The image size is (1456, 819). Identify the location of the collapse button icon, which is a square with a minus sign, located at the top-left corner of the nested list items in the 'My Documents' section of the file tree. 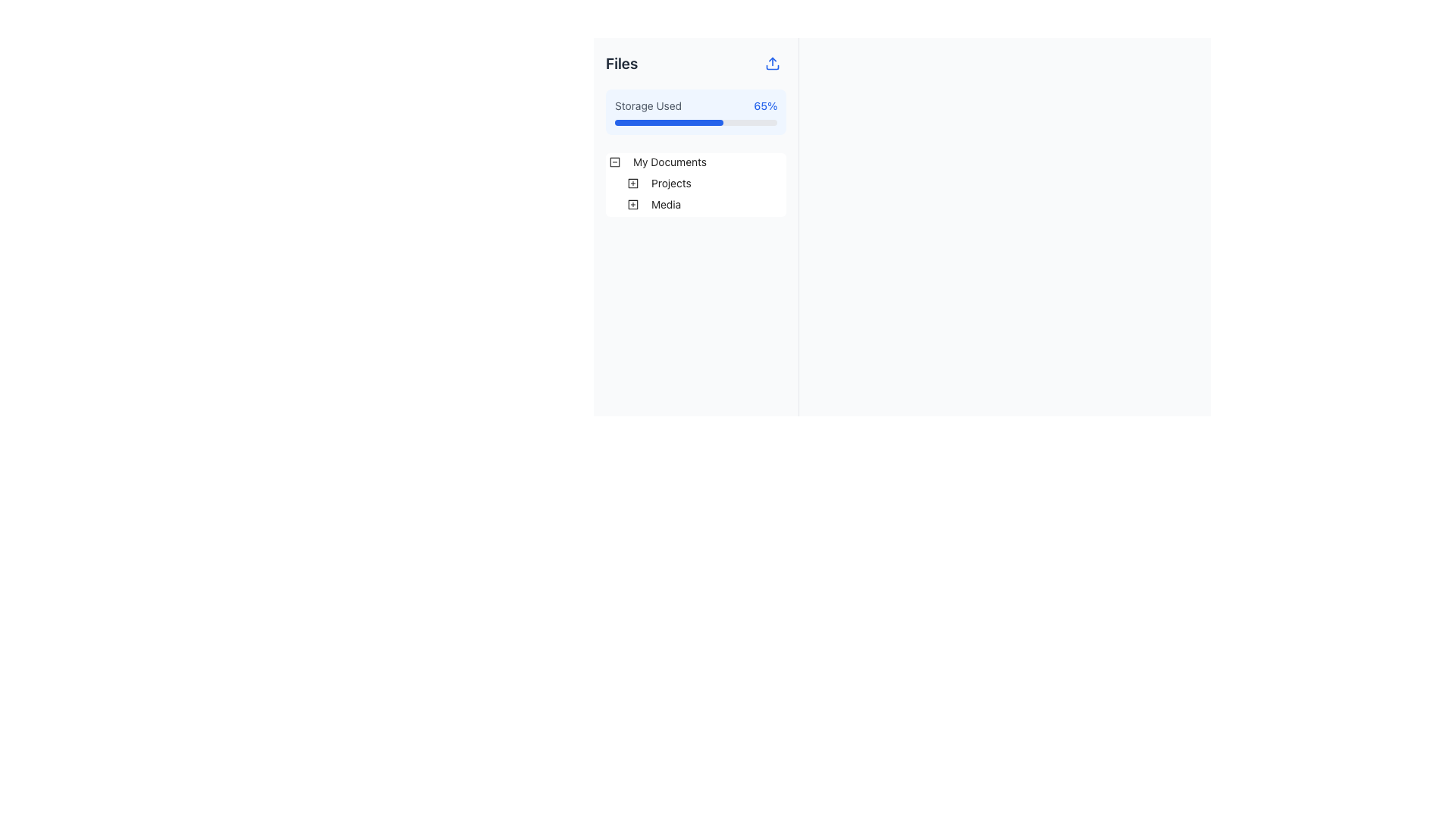
(615, 162).